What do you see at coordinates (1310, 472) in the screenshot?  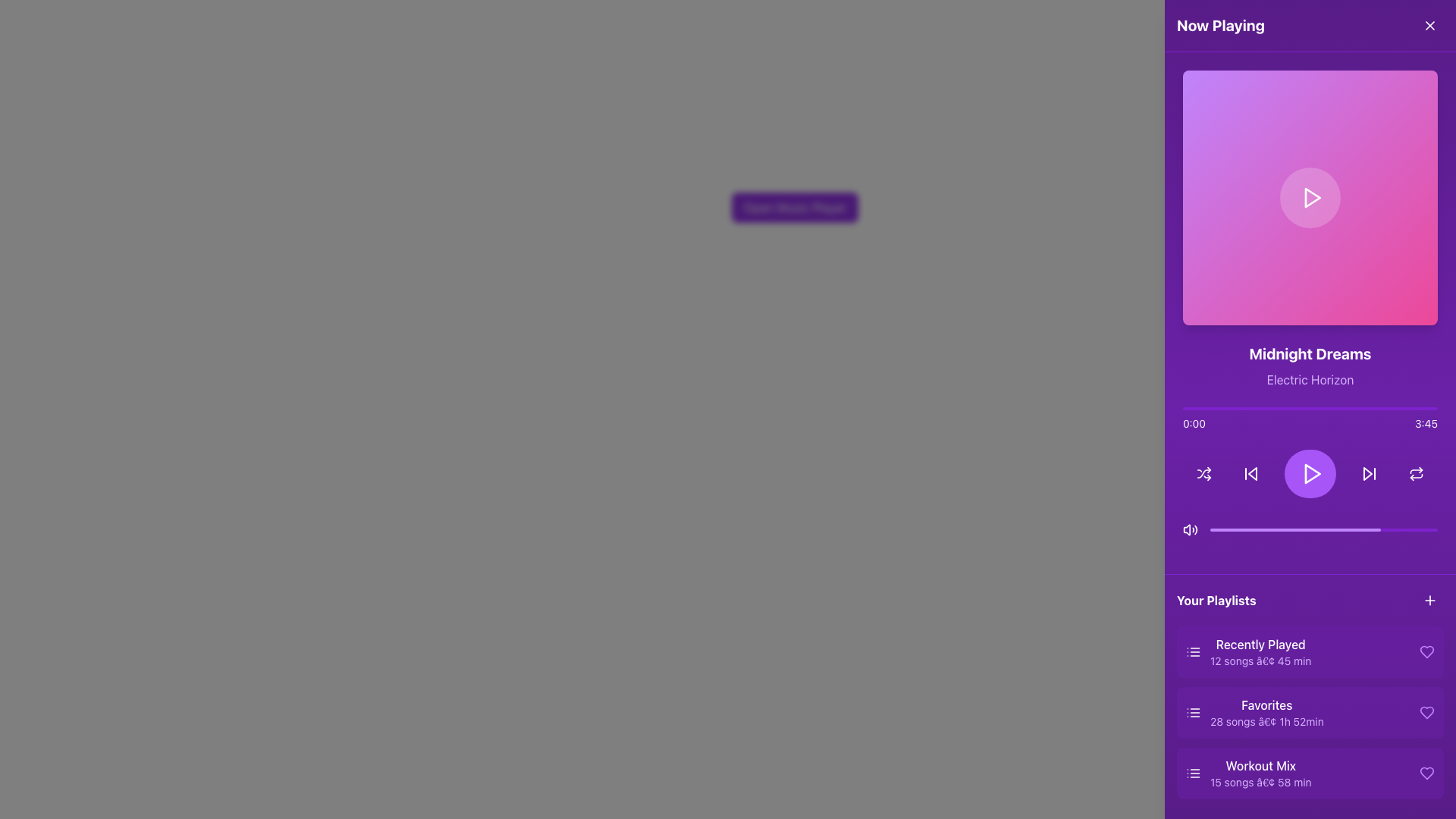 I see `the primary play button for media control, located centrally between two smaller circular icons` at bounding box center [1310, 472].